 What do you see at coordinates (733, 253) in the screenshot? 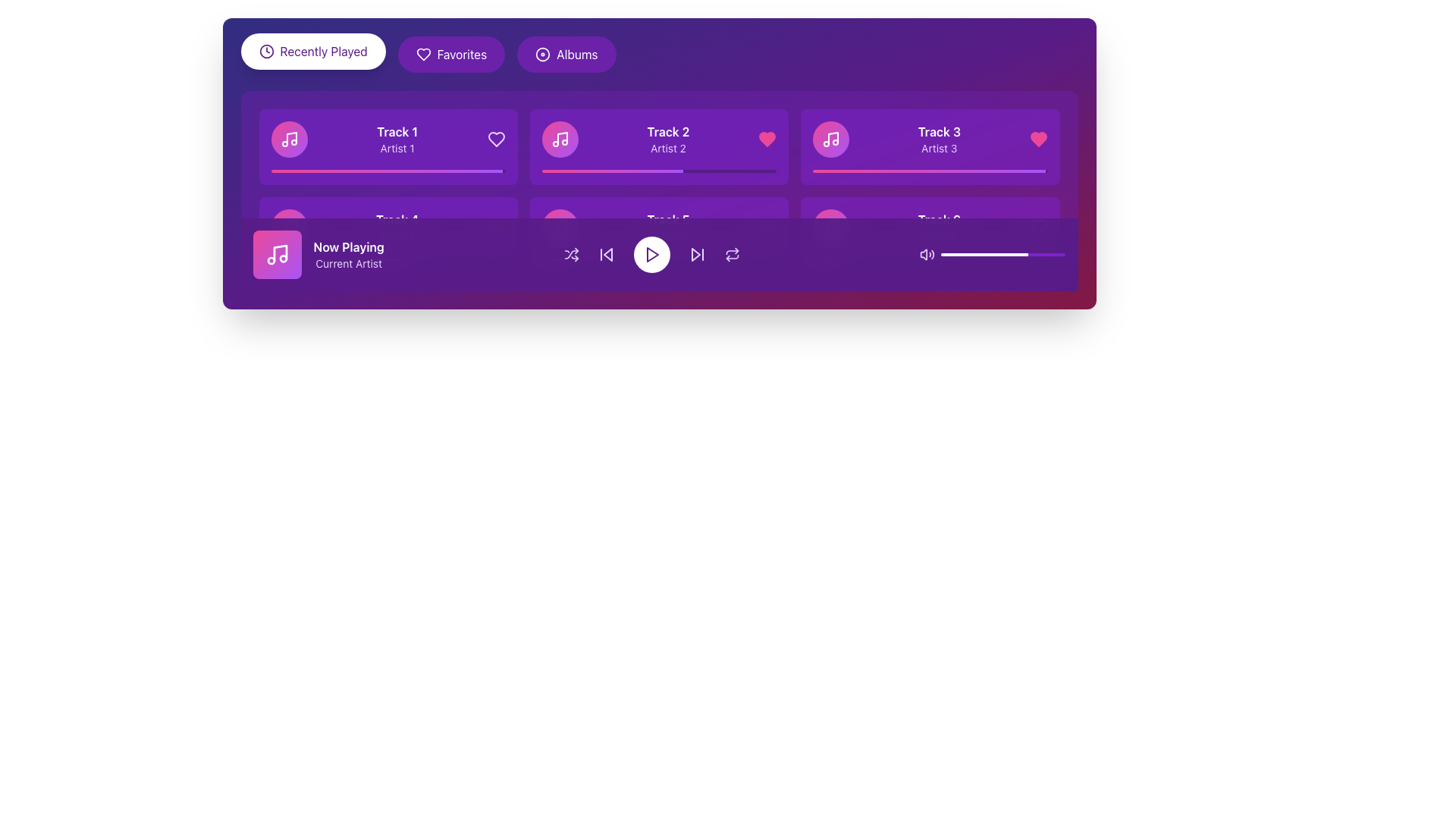
I see `the repeat toggle button in the bottom-center section of the music player interface` at bounding box center [733, 253].